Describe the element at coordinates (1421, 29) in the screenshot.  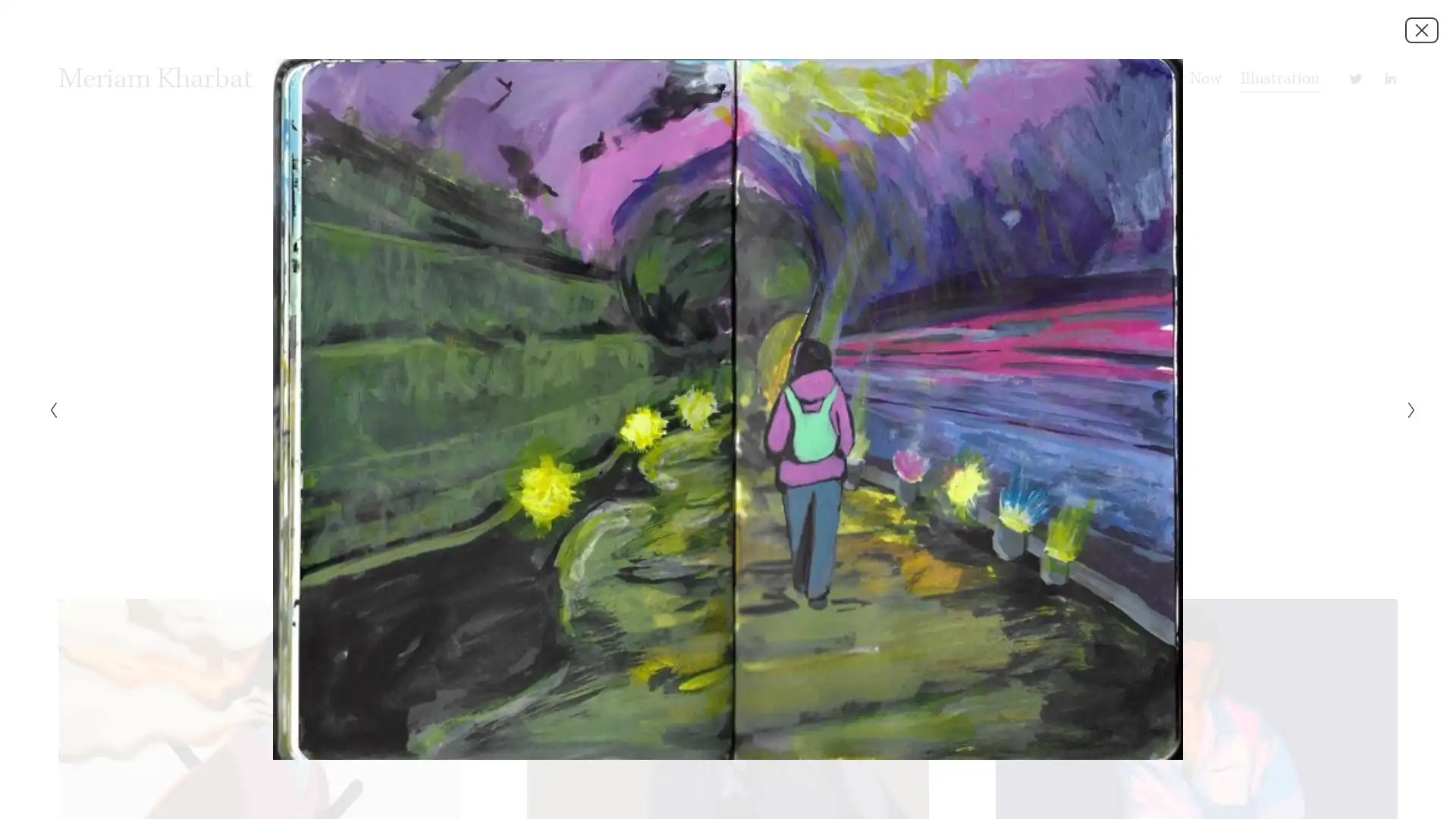
I see `Close` at that location.